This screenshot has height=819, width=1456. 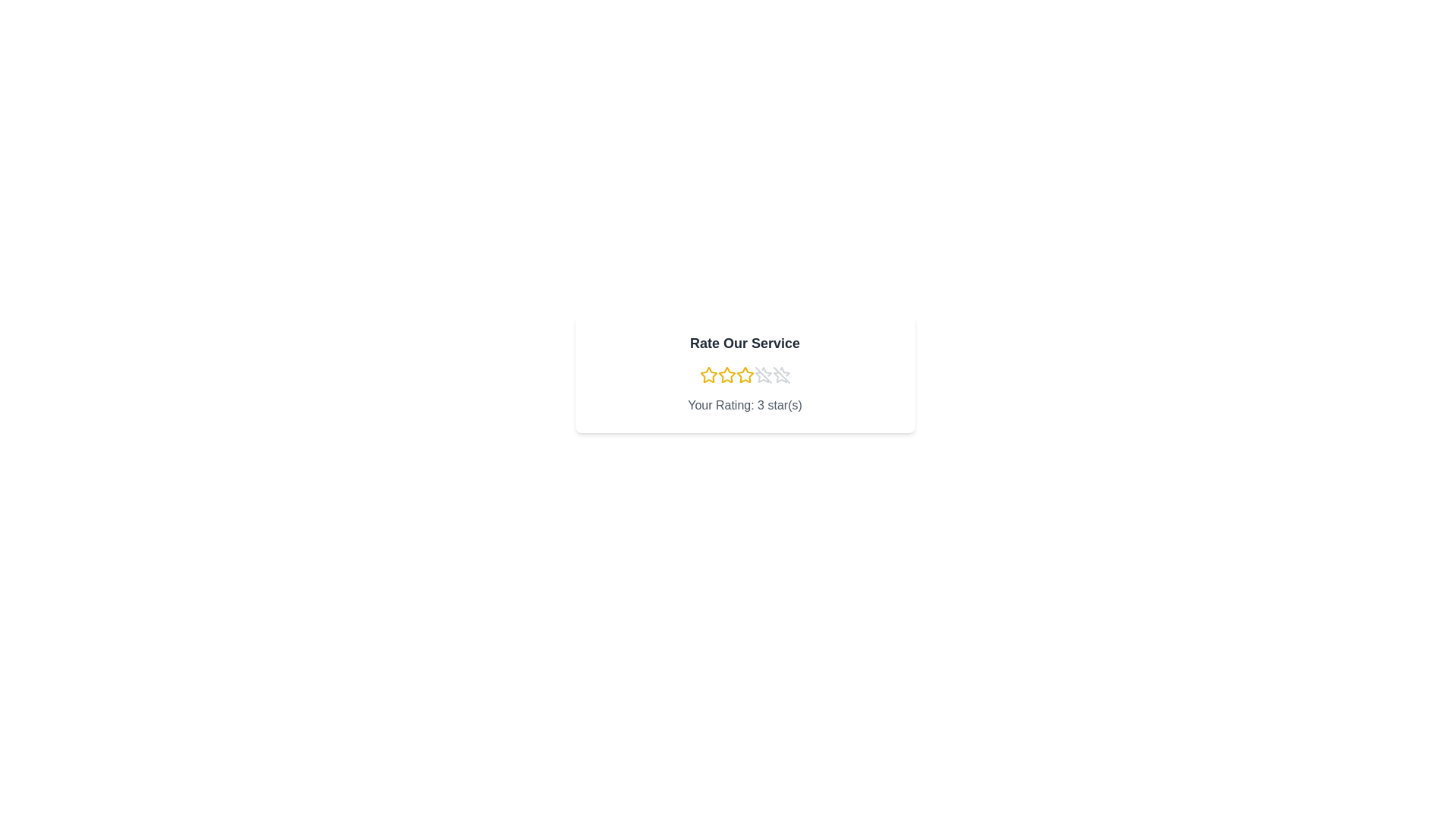 I want to click on the rating to 3 stars by clicking on the corresponding star, so click(x=745, y=375).